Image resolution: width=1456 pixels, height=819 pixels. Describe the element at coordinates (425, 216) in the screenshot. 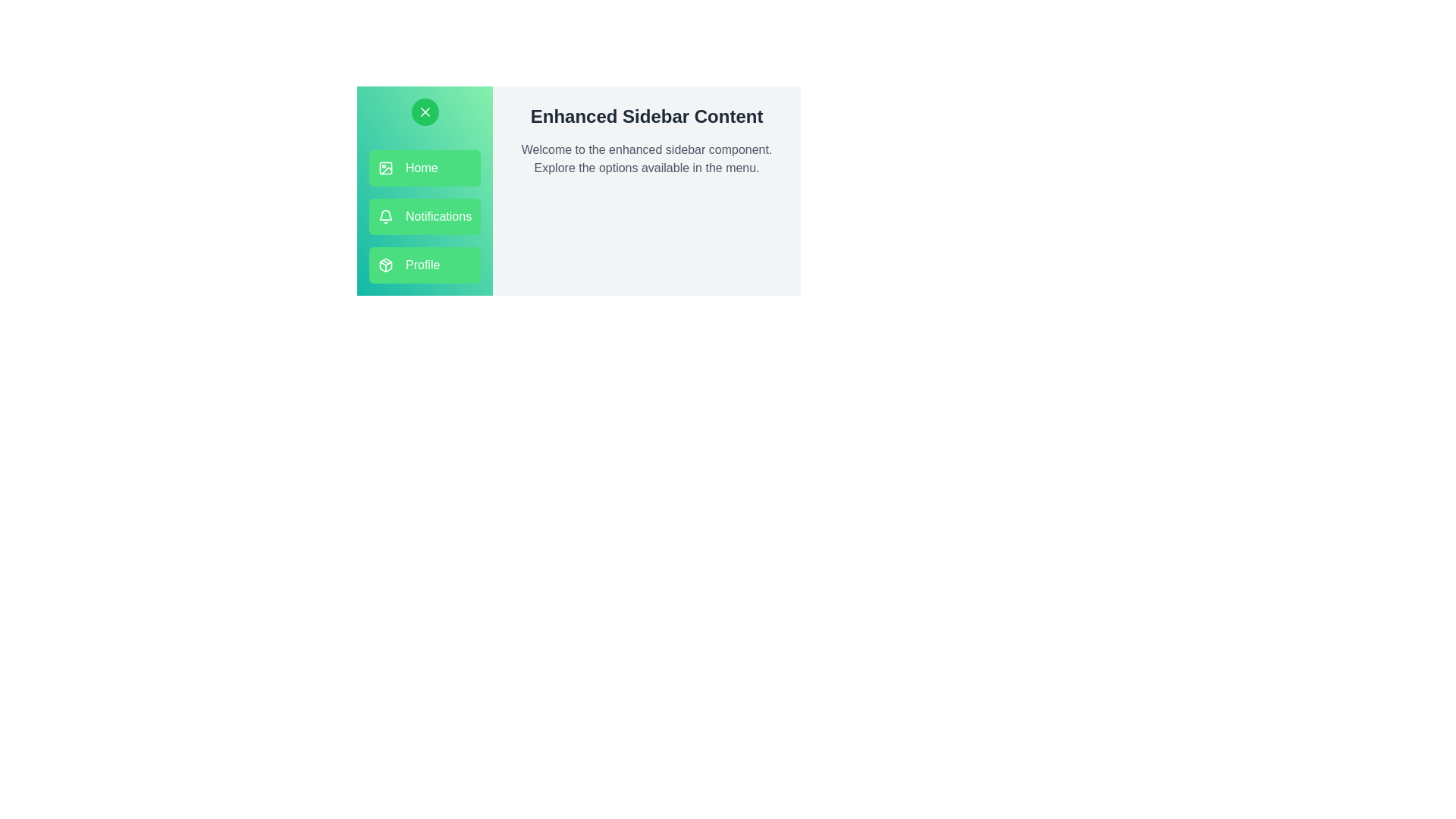

I see `the menu option Notifications` at that location.